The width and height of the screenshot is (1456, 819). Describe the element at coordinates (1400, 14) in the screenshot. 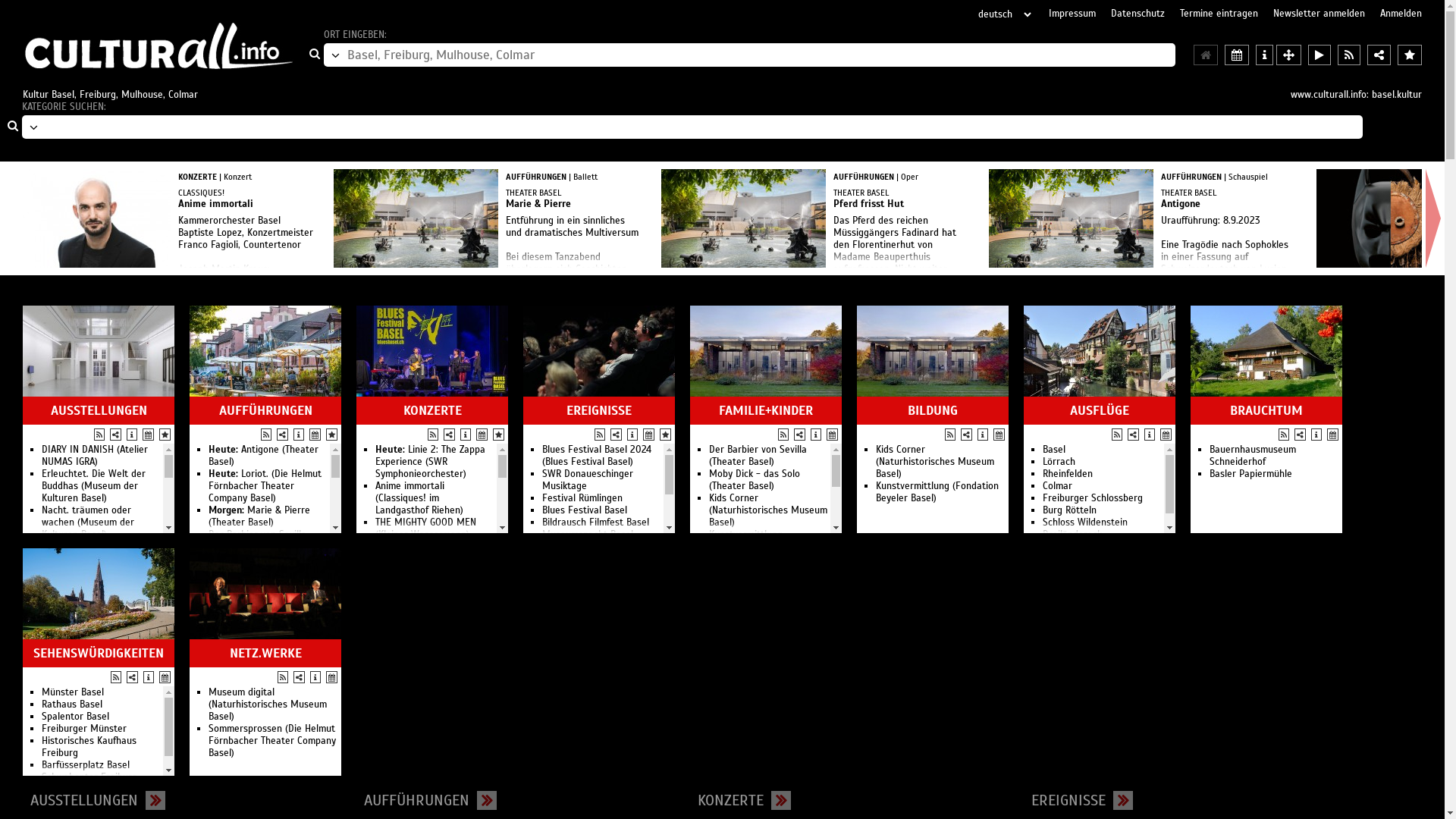

I see `'Anmelden'` at that location.